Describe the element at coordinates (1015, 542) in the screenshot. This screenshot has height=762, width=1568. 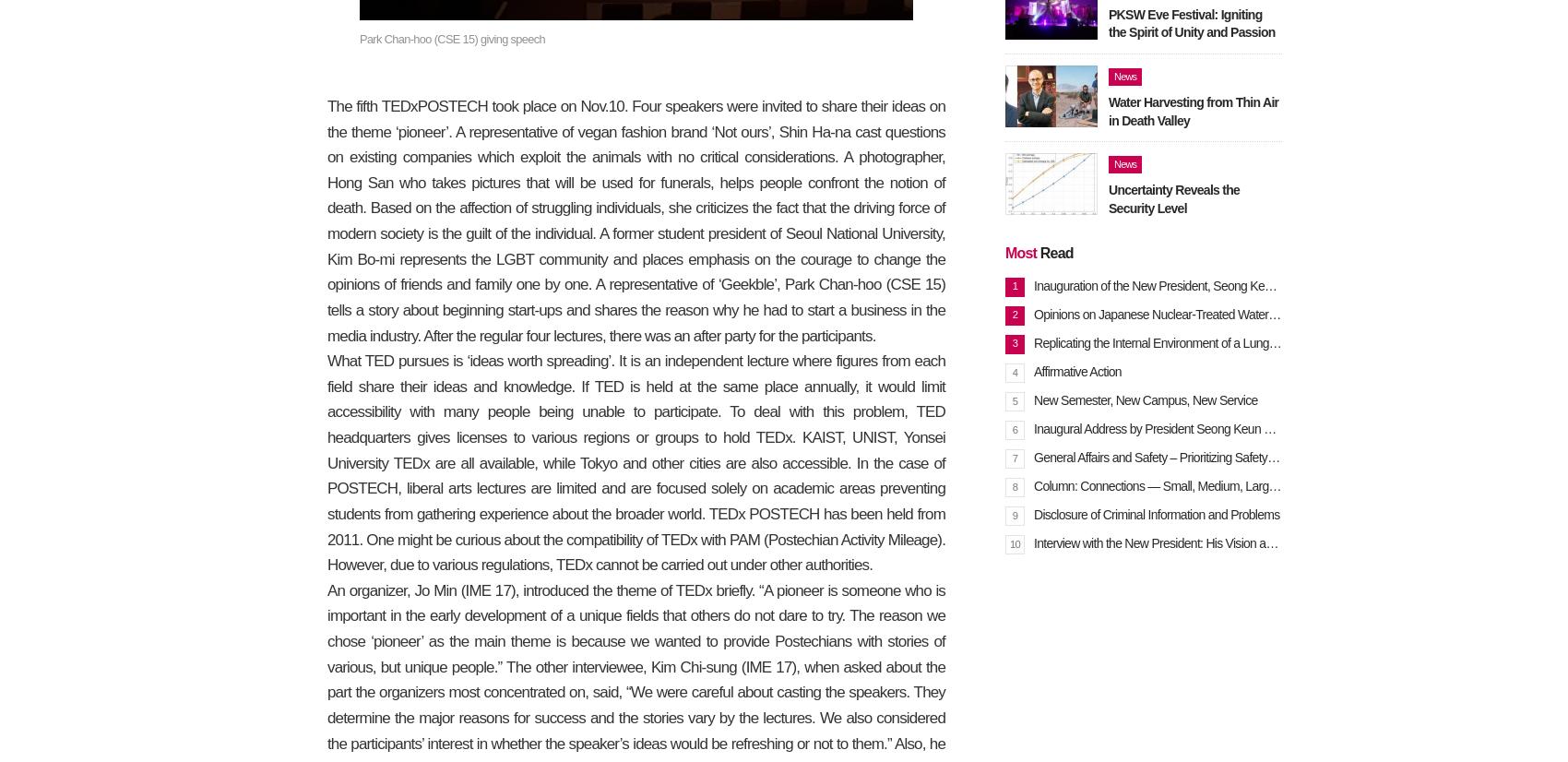
I see `'10'` at that location.